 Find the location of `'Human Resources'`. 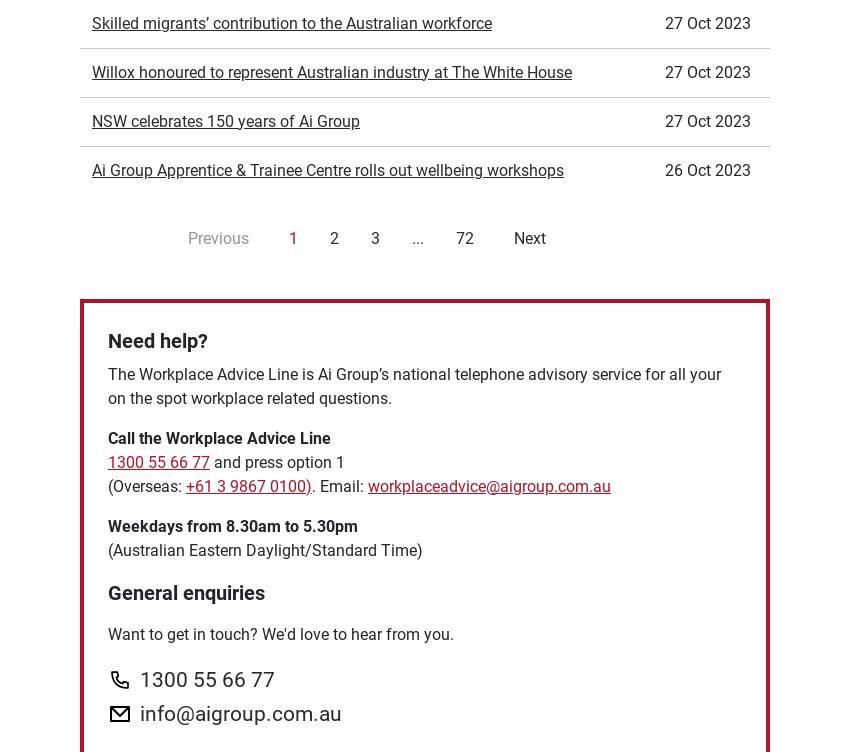

'Human Resources' is located at coordinates (384, 694).